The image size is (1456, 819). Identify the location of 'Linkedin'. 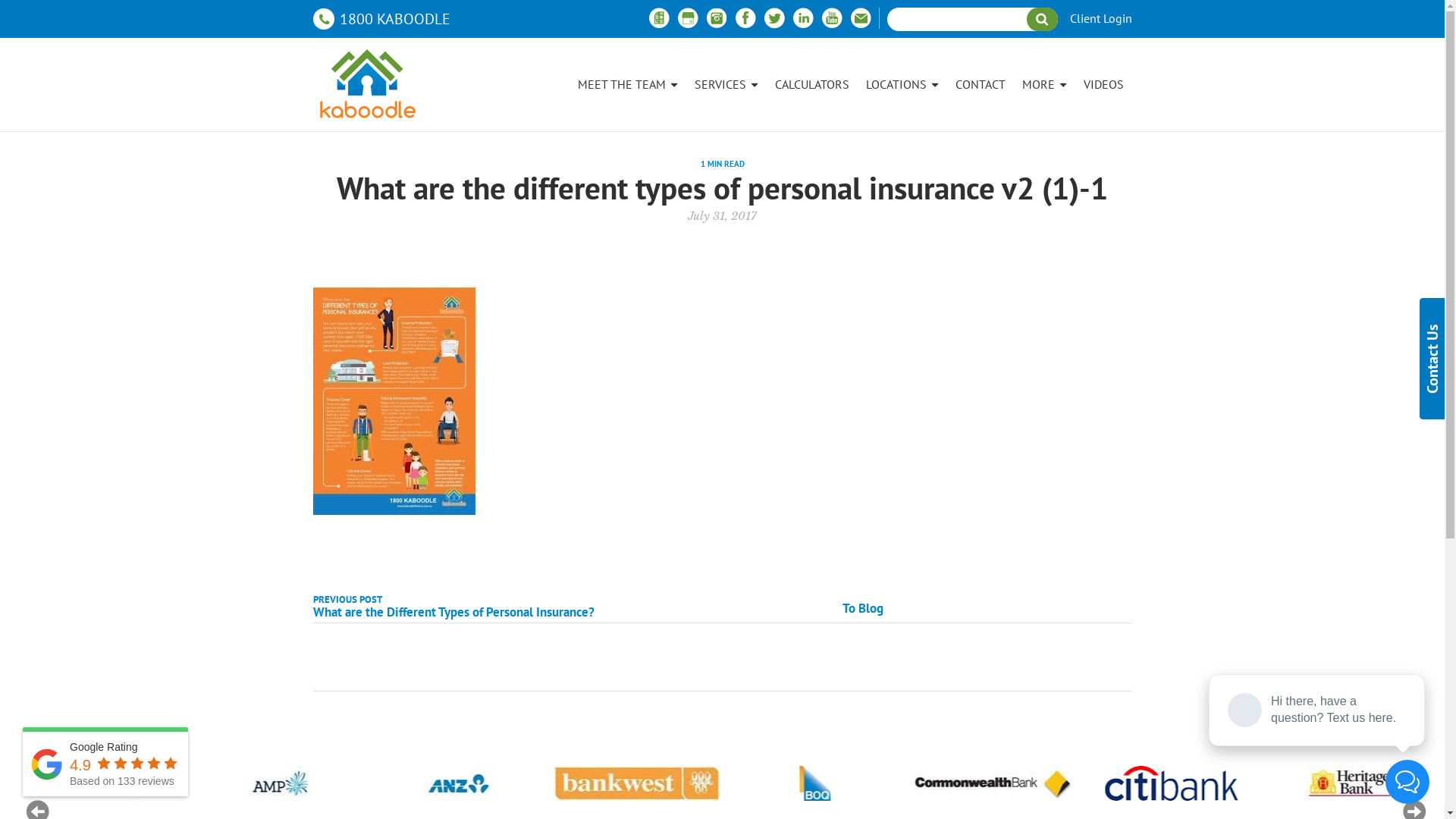
(790, 17).